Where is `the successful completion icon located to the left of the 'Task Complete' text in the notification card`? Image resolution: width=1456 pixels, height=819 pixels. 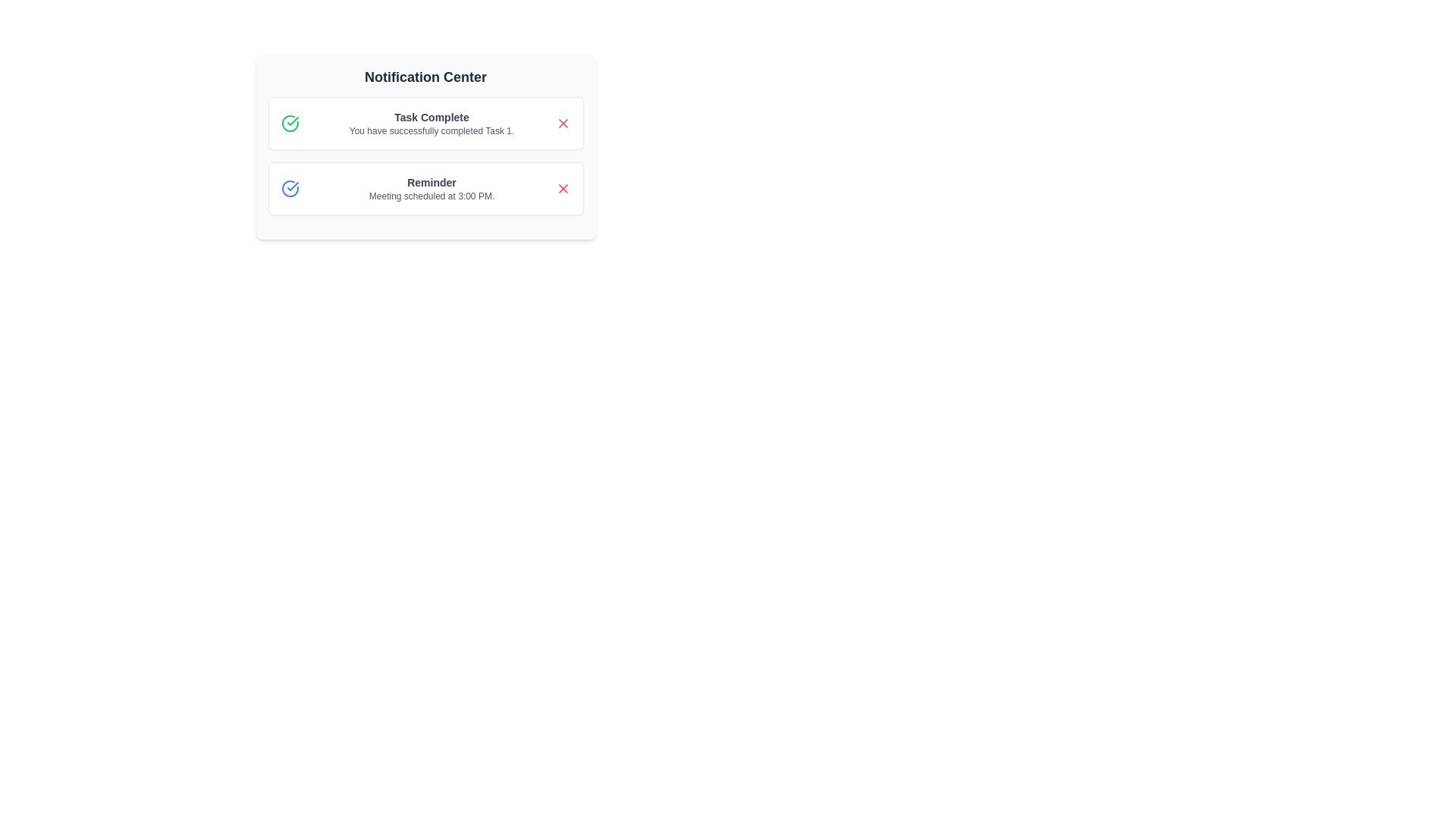
the successful completion icon located to the left of the 'Task Complete' text in the notification card is located at coordinates (292, 120).